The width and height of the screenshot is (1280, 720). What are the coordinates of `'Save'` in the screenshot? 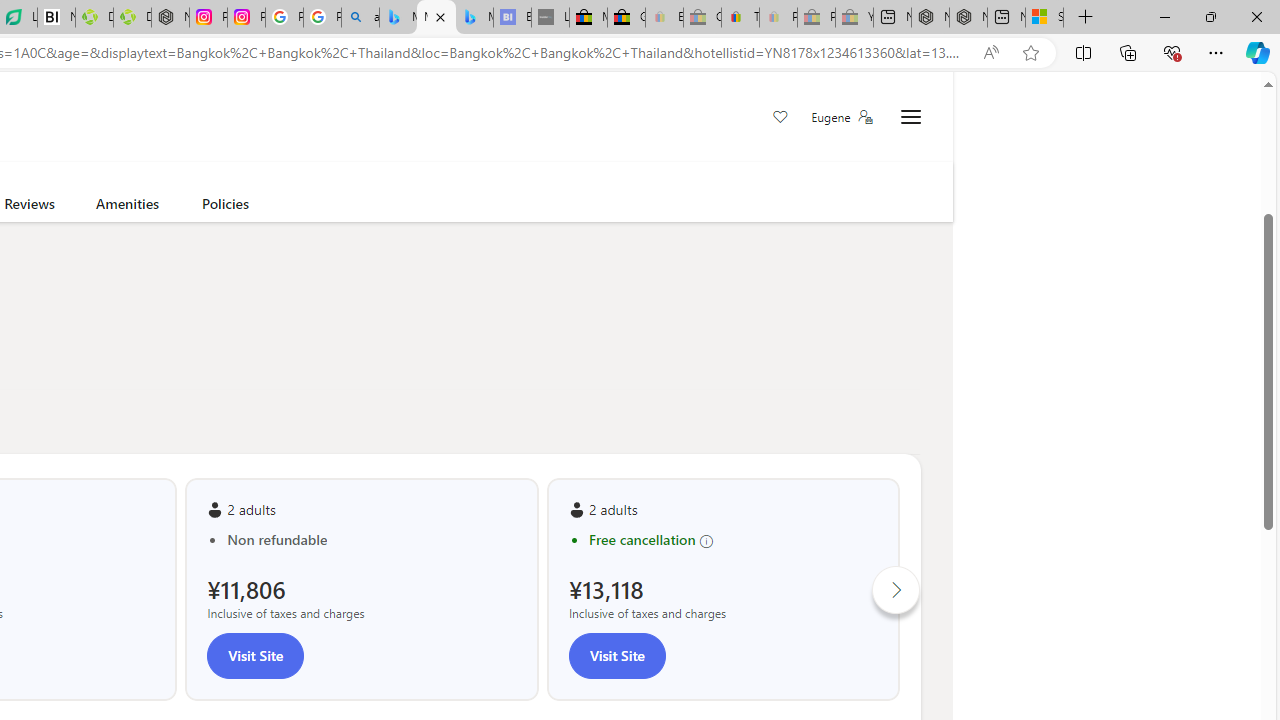 It's located at (779, 118).